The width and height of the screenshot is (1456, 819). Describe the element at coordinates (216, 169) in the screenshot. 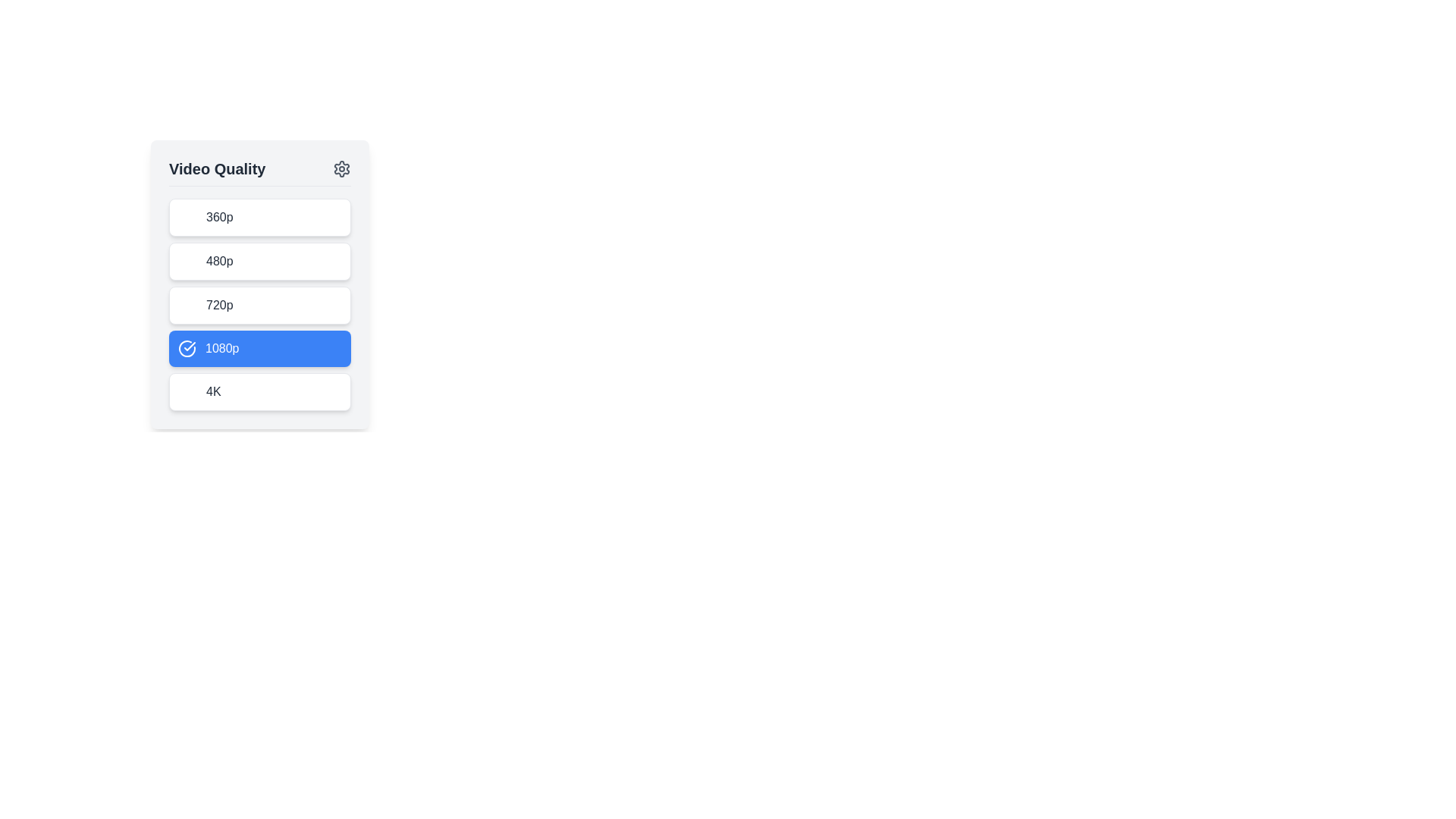

I see `the Label indicating the purpose of the video quality settings options, positioned at the top of the bordered section` at that location.